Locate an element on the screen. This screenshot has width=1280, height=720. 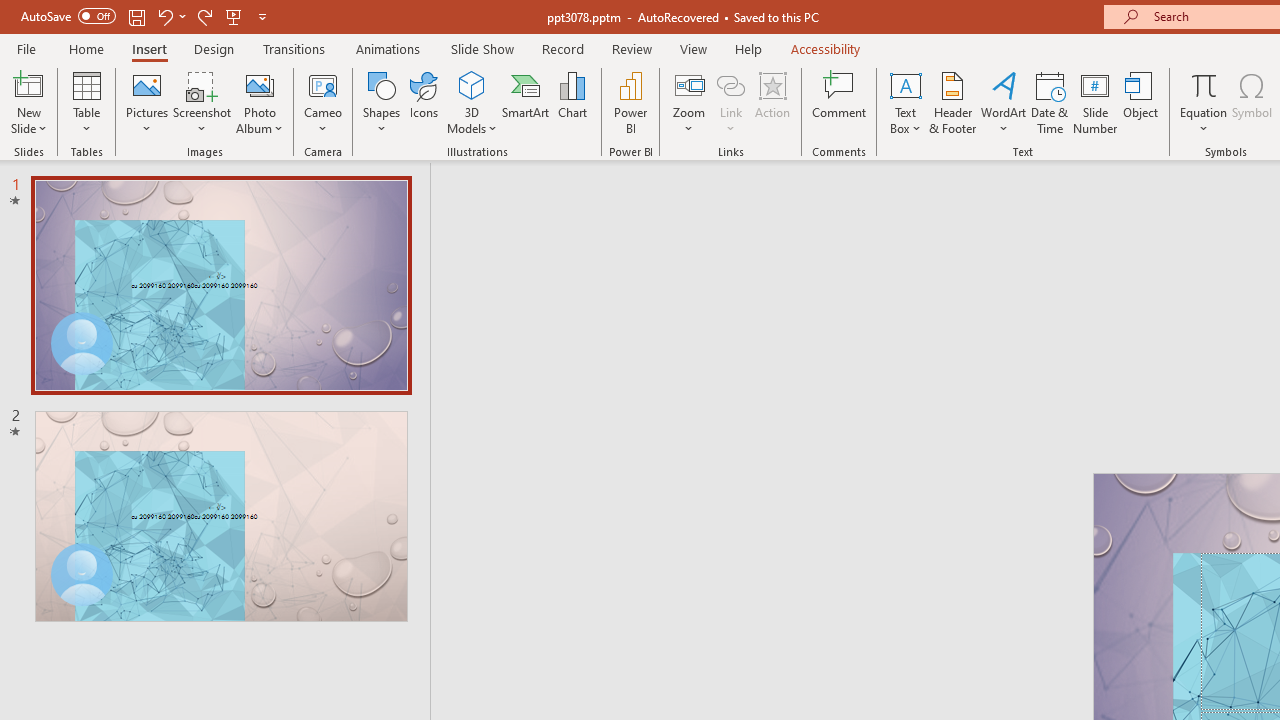
'Photo Album...' is located at coordinates (258, 103).